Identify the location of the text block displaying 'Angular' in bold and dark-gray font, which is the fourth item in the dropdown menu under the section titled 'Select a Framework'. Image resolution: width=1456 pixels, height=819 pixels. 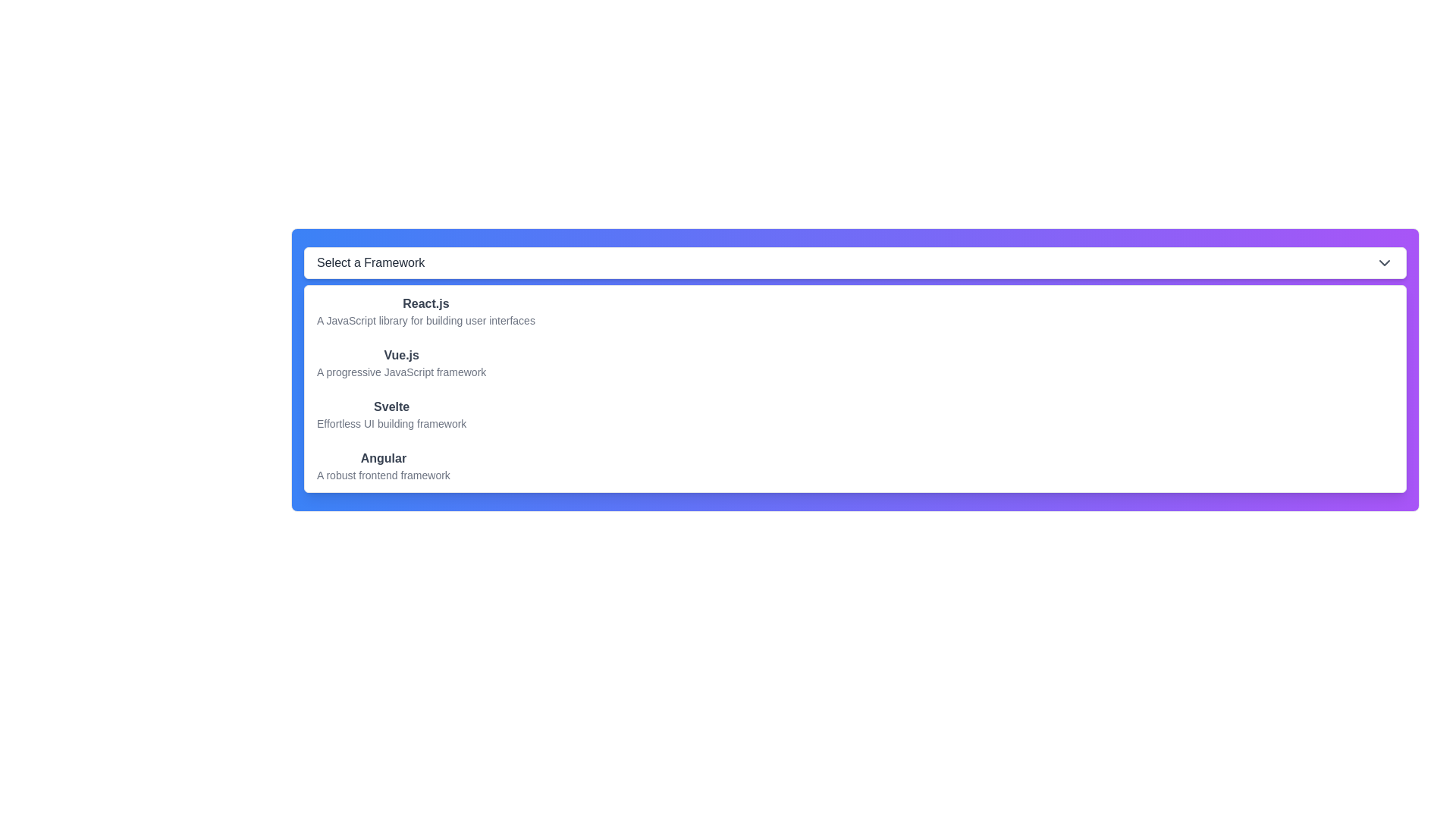
(383, 465).